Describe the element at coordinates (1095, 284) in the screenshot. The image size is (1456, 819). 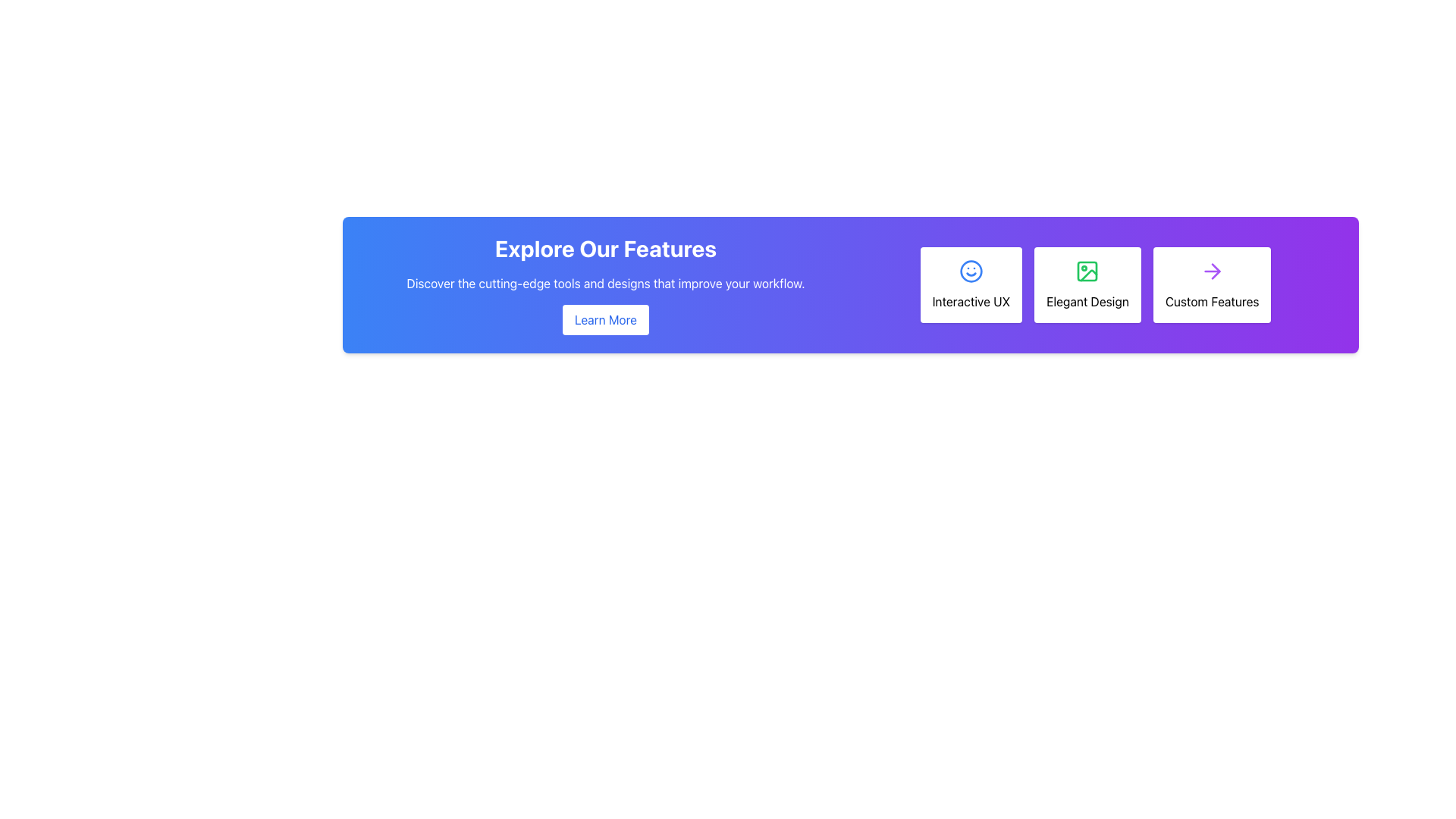
I see `the 'Elegant Design' informational card, which is the second card in a row of three, positioned between 'Interactive UX' and 'Custom Features'` at that location.